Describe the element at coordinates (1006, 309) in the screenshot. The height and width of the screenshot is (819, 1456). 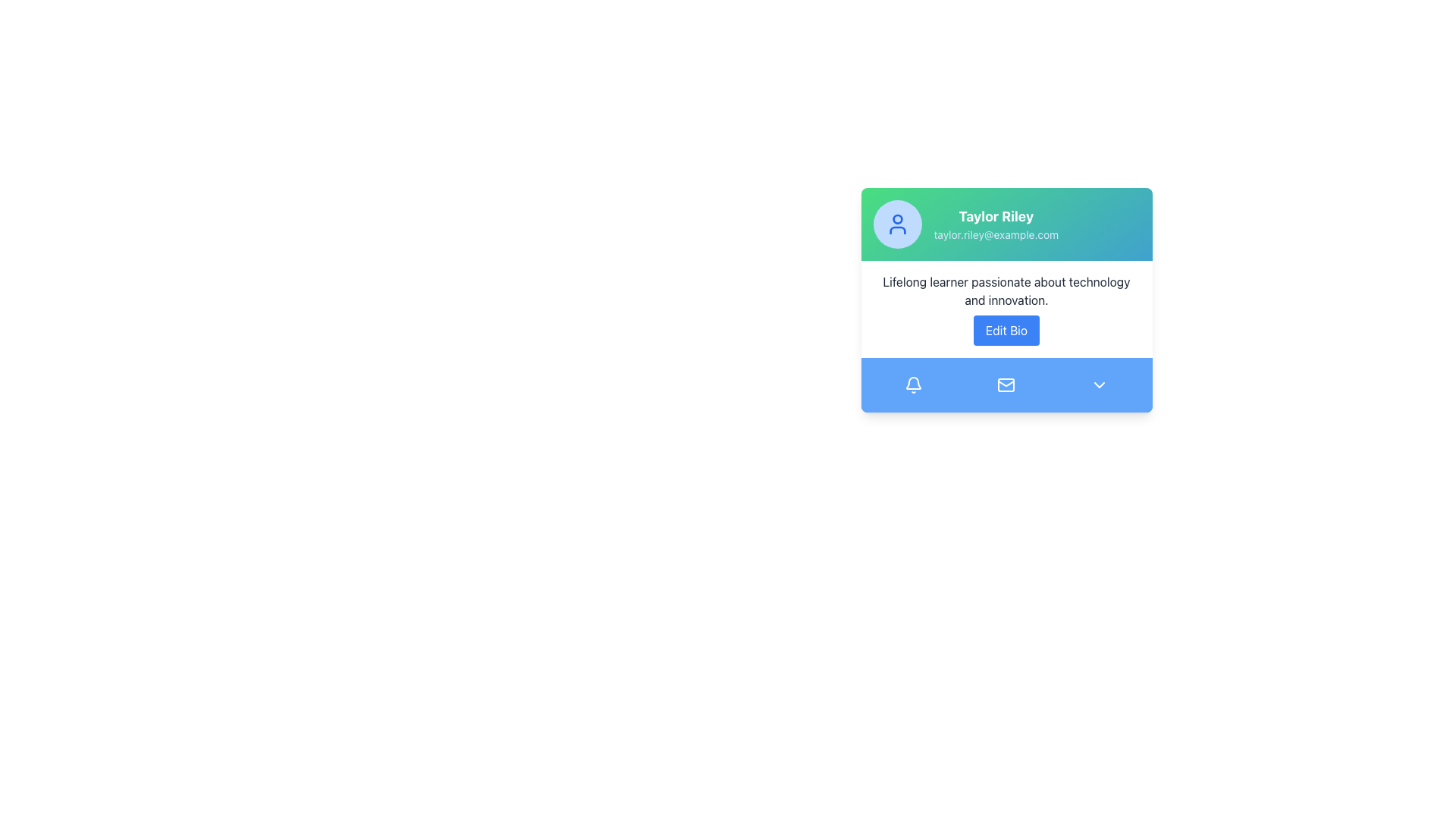
I see `the 'Edit Bio' button located in the center of the content block styled with a gradient background, below the title 'Taylor Riley' and the email 'taylor.riley@example.com', to initiate editing` at that location.